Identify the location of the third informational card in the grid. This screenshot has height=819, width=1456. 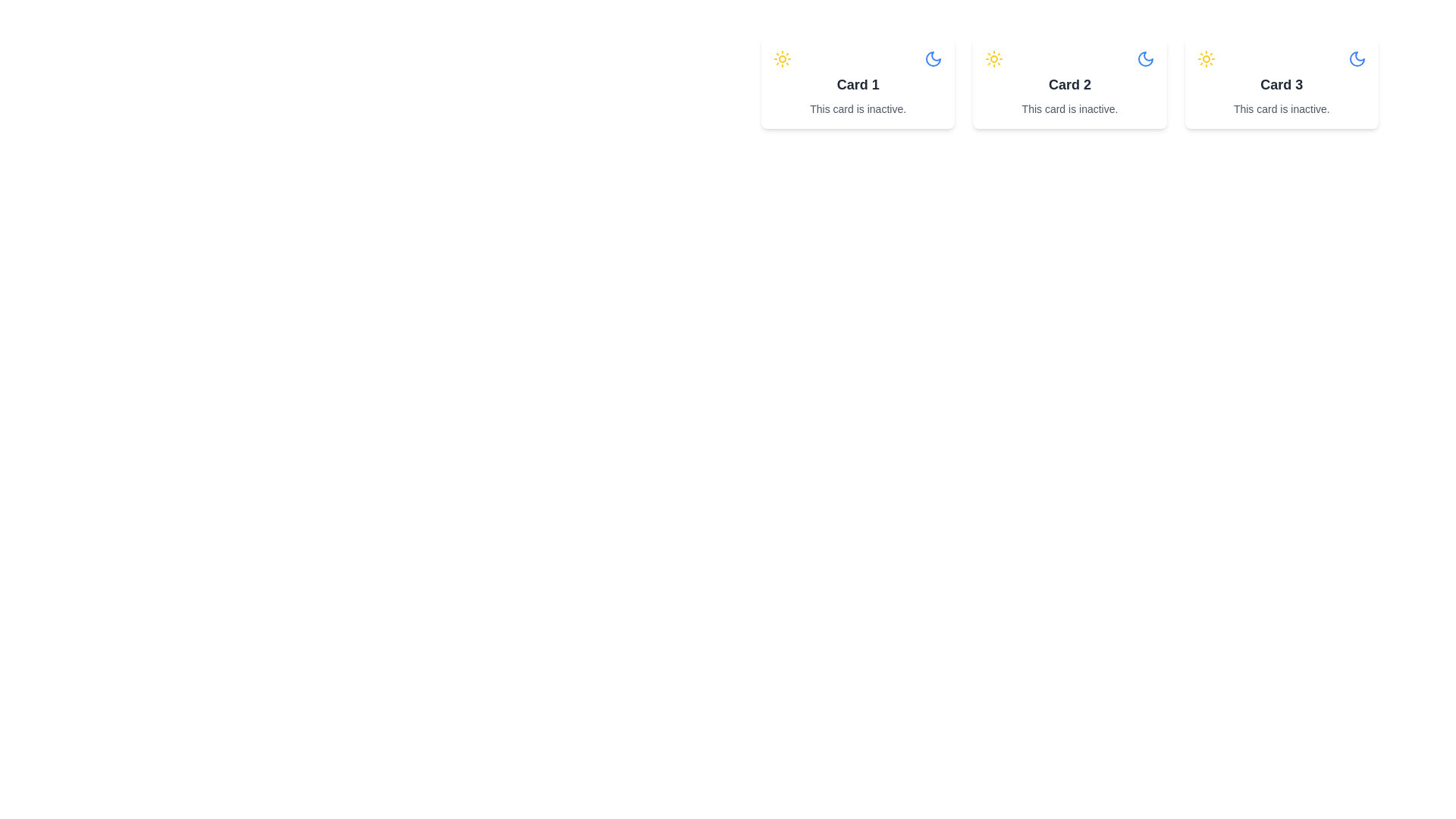
(1280, 83).